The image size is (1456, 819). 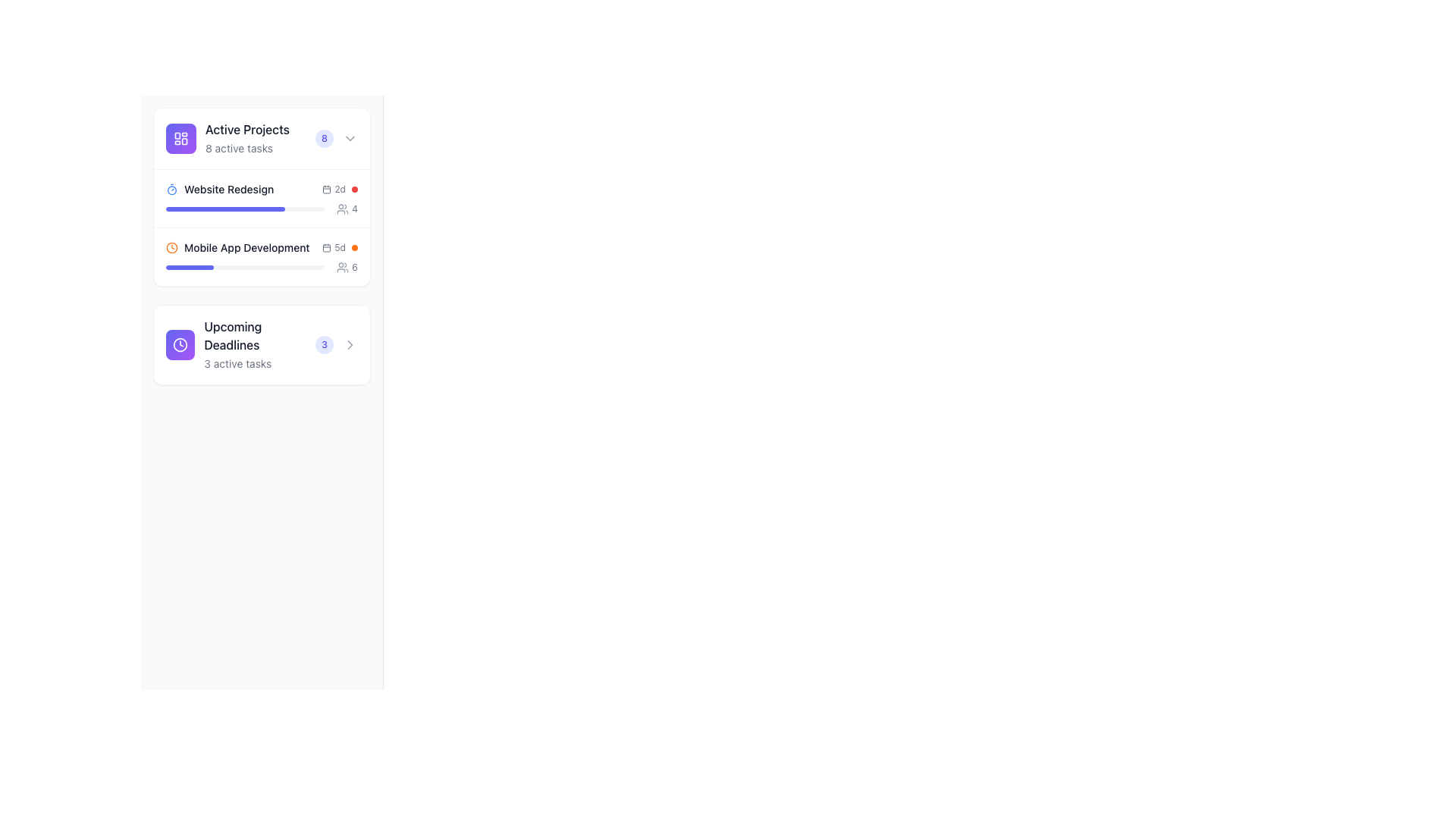 I want to click on information from the Text label that indicates the number of active tasks associated with the 'Upcoming Deadlines' section, located directly beneath the 'Upcoming Deadlines' header, so click(x=237, y=363).